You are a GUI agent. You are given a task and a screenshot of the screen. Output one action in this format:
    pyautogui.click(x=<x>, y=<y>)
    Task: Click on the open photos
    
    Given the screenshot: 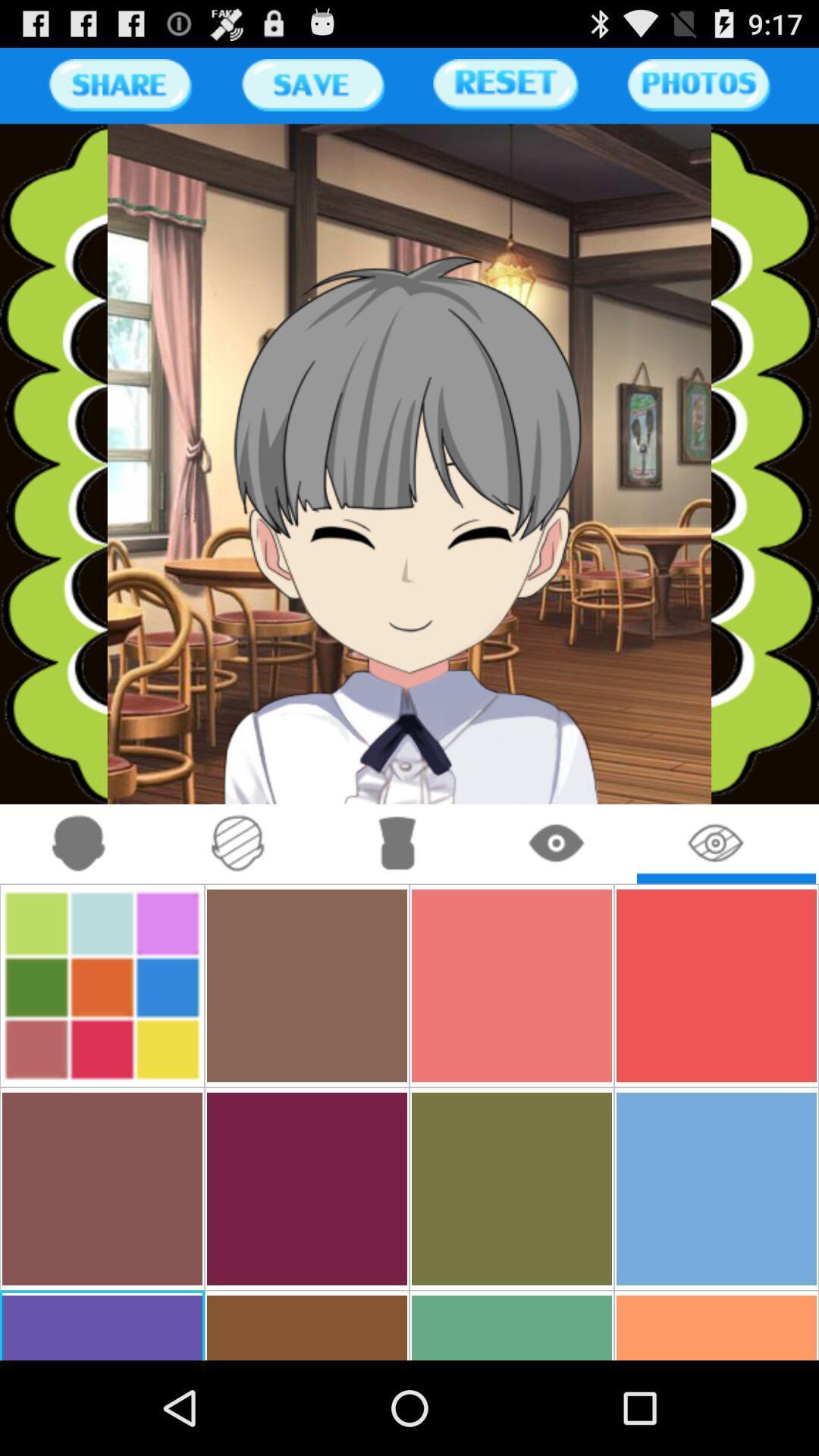 What is the action you would take?
    pyautogui.click(x=698, y=84)
    